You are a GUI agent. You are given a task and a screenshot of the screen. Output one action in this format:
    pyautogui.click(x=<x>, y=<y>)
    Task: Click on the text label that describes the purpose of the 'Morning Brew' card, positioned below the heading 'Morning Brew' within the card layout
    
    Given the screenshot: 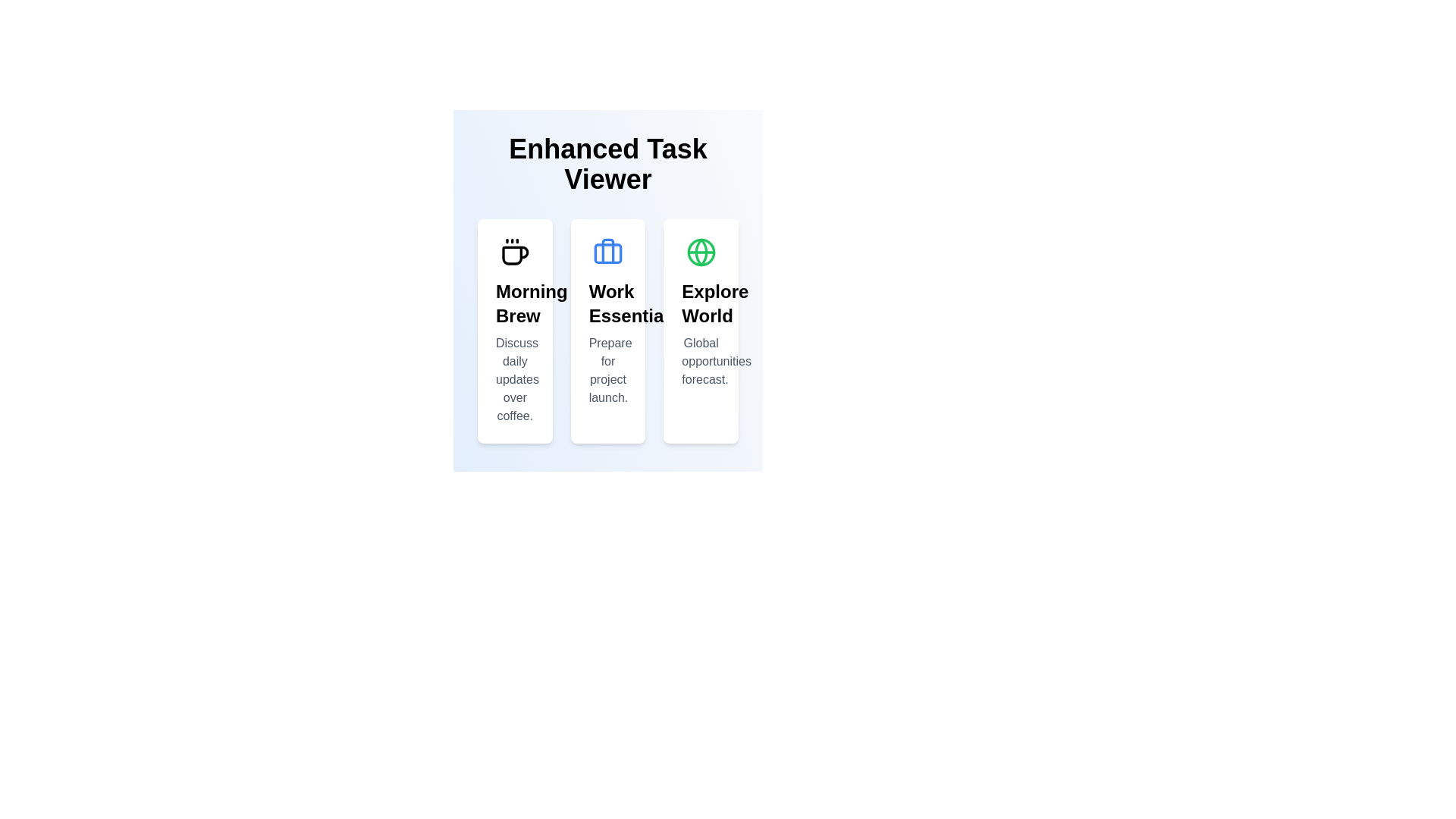 What is the action you would take?
    pyautogui.click(x=515, y=379)
    